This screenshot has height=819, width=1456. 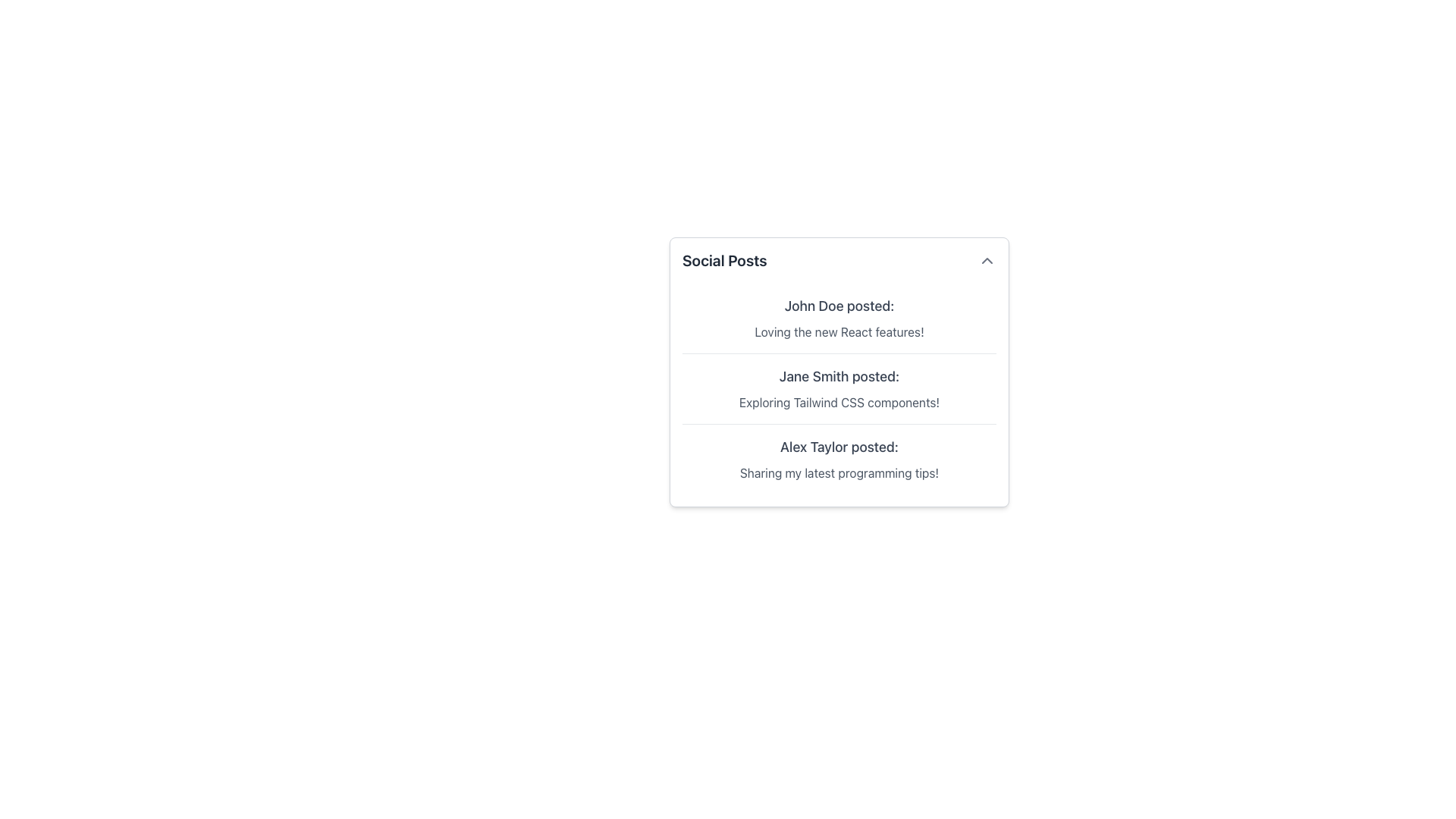 I want to click on the static text that reads 'Sharing my latest programming tips!' located below the bold label 'Alex Taylor posted:' by clicking on its center, so click(x=839, y=472).